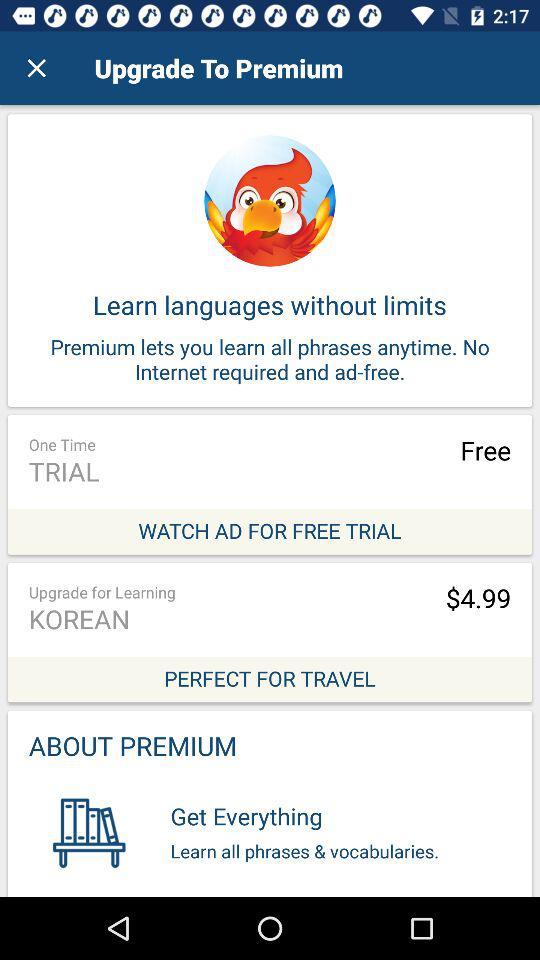 Image resolution: width=540 pixels, height=960 pixels. I want to click on the item at the top left corner, so click(36, 68).